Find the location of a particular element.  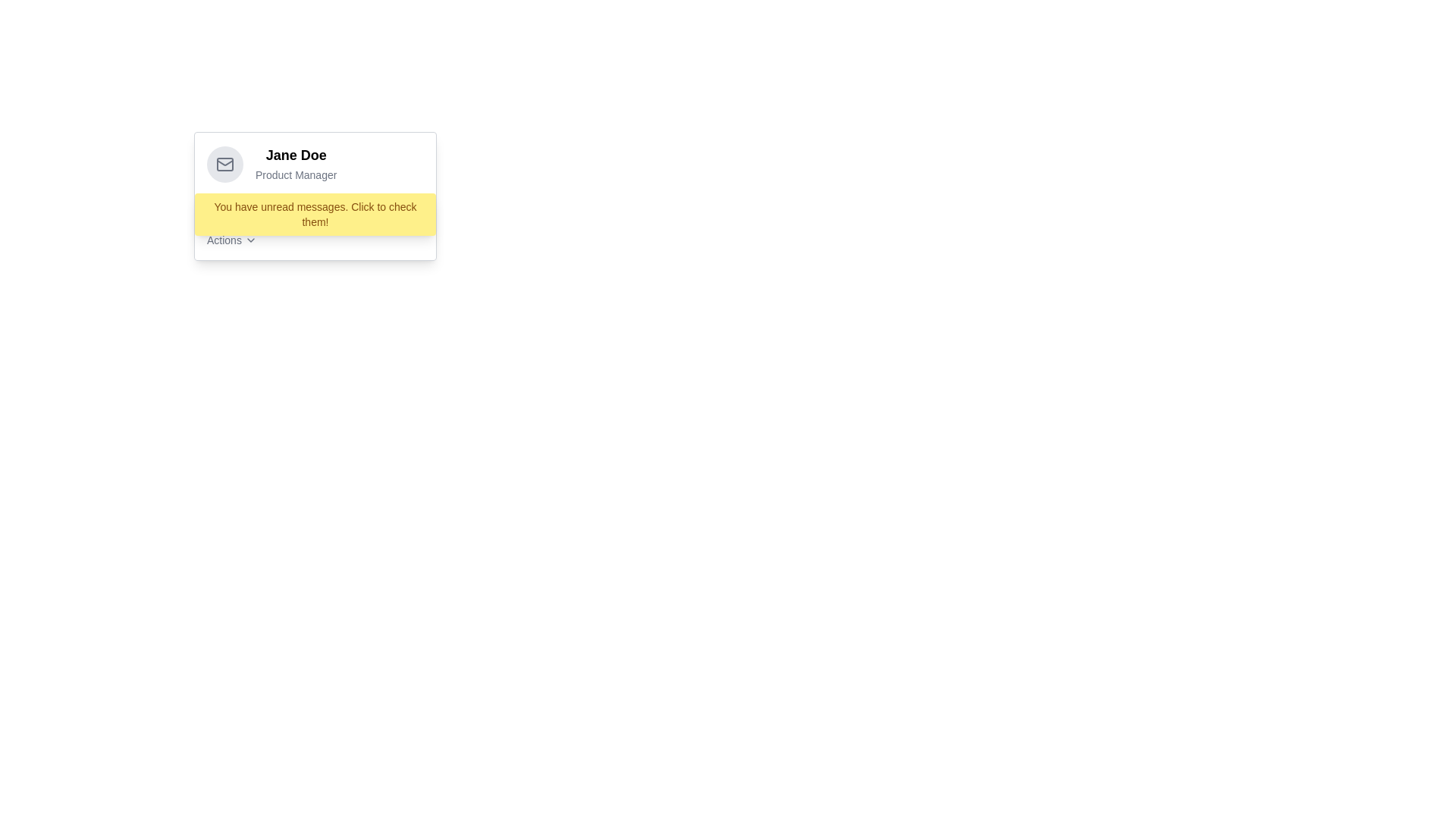

the Dropdown Menu Button labeled 'Actions' is located at coordinates (231, 239).